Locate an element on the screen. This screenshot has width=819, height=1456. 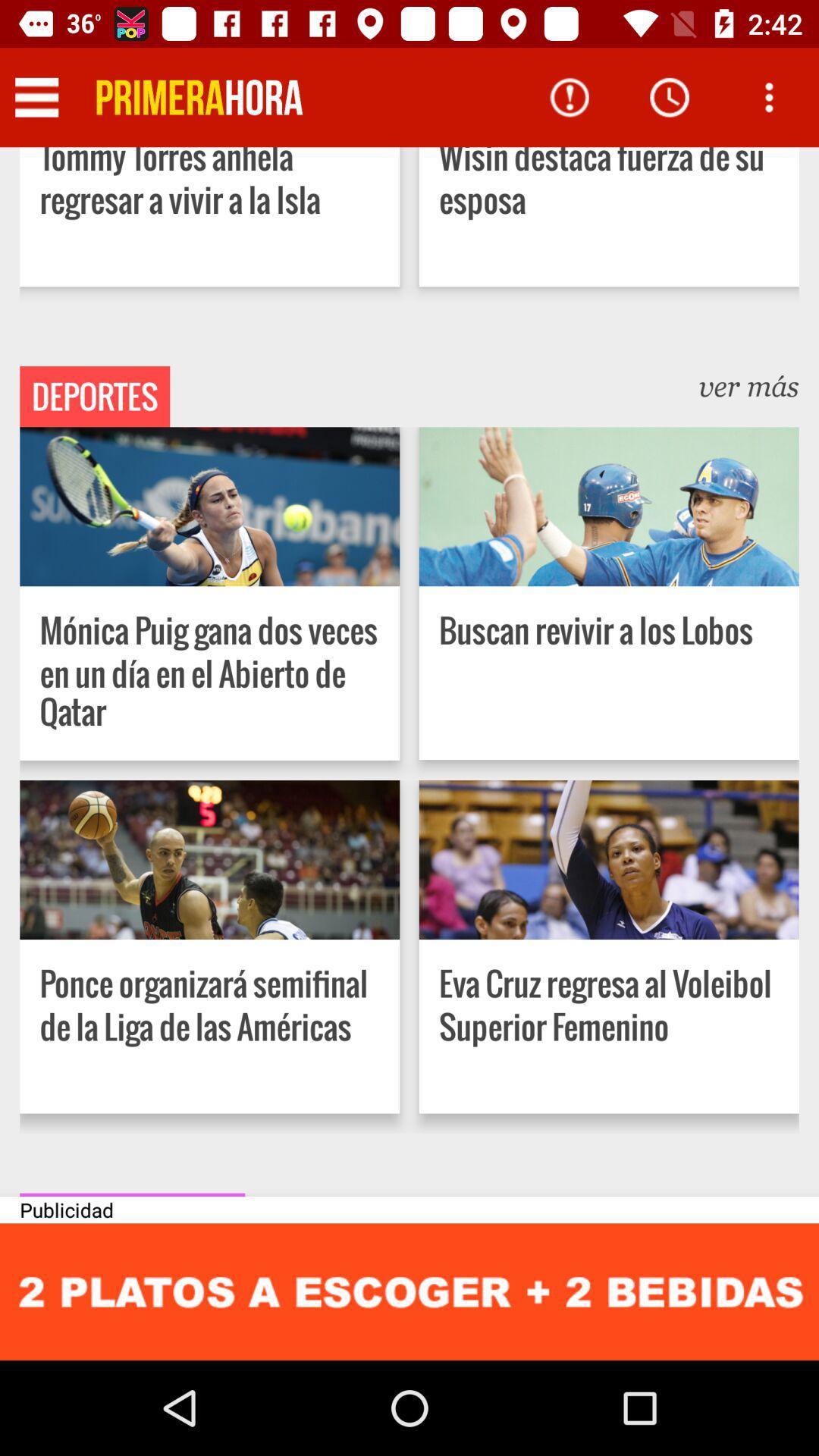
asking to see options is located at coordinates (769, 96).